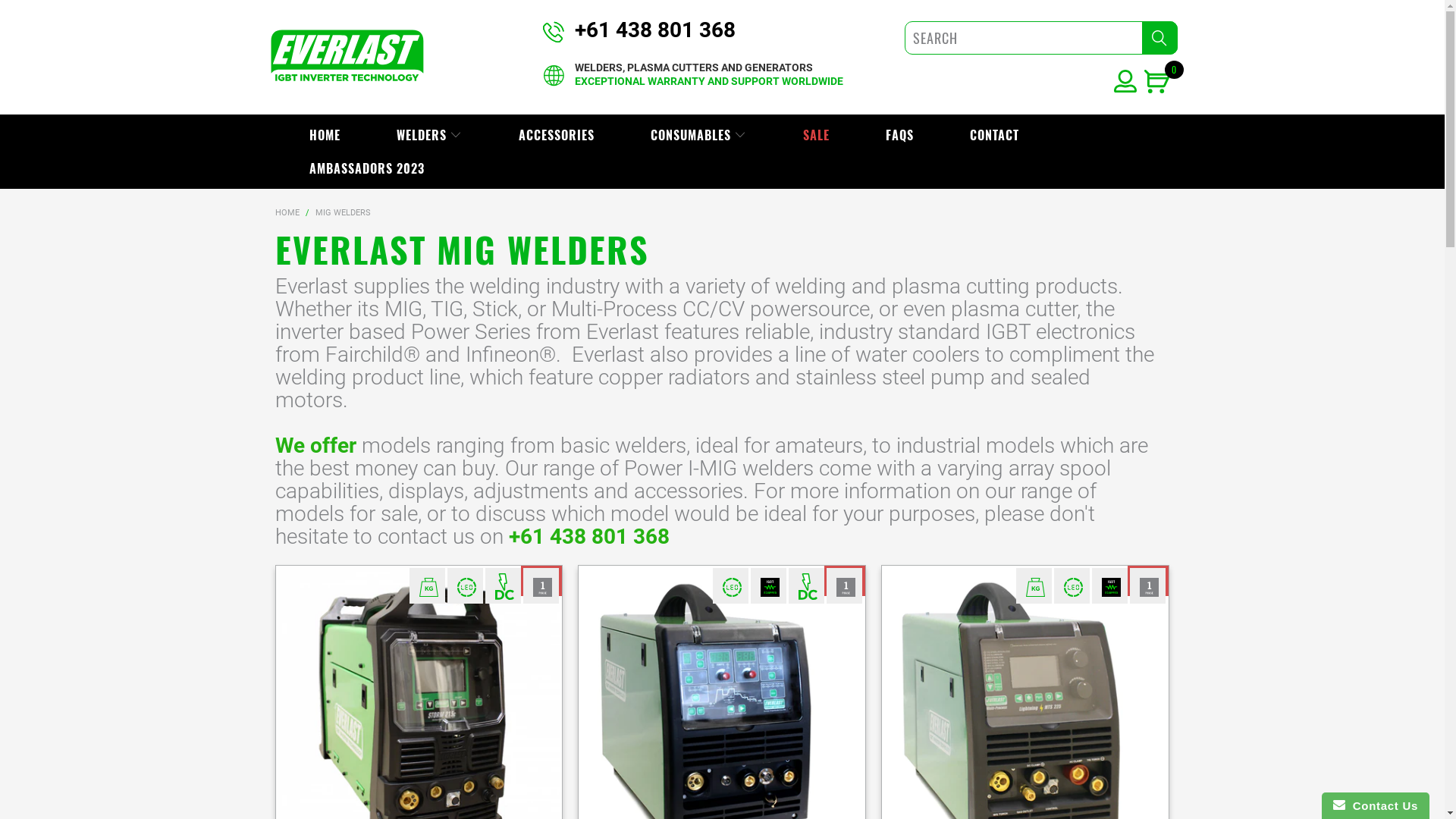 The height and width of the screenshot is (819, 1456). I want to click on 'FAQS', so click(899, 133).